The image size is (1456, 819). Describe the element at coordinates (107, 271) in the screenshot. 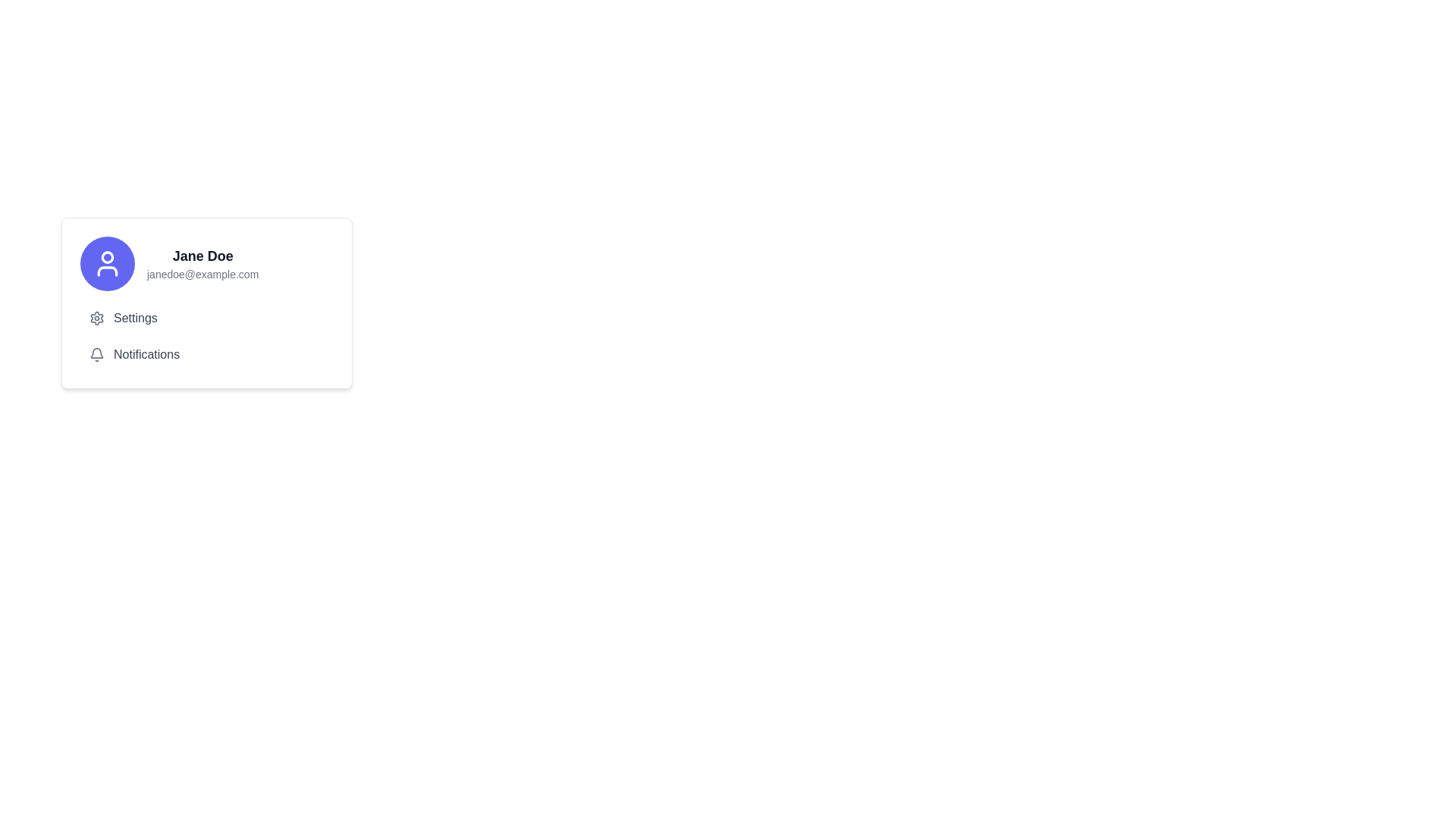

I see `the lower-half of the human figure icon within the circular blue background of the user profile icon, located on the left side of the card layout` at that location.